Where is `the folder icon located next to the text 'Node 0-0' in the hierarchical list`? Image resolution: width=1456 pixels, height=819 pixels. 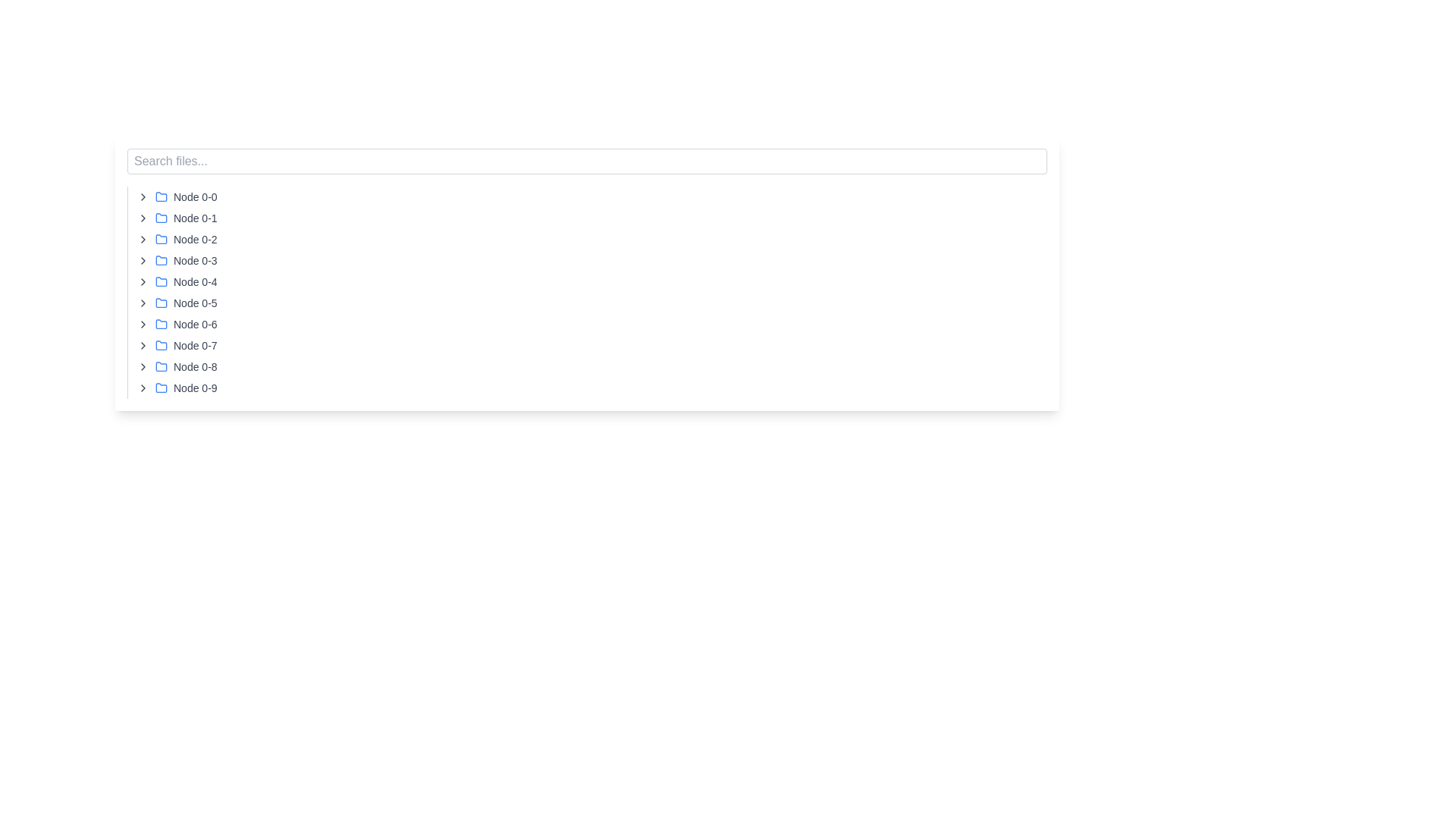 the folder icon located next to the text 'Node 0-0' in the hierarchical list is located at coordinates (161, 195).